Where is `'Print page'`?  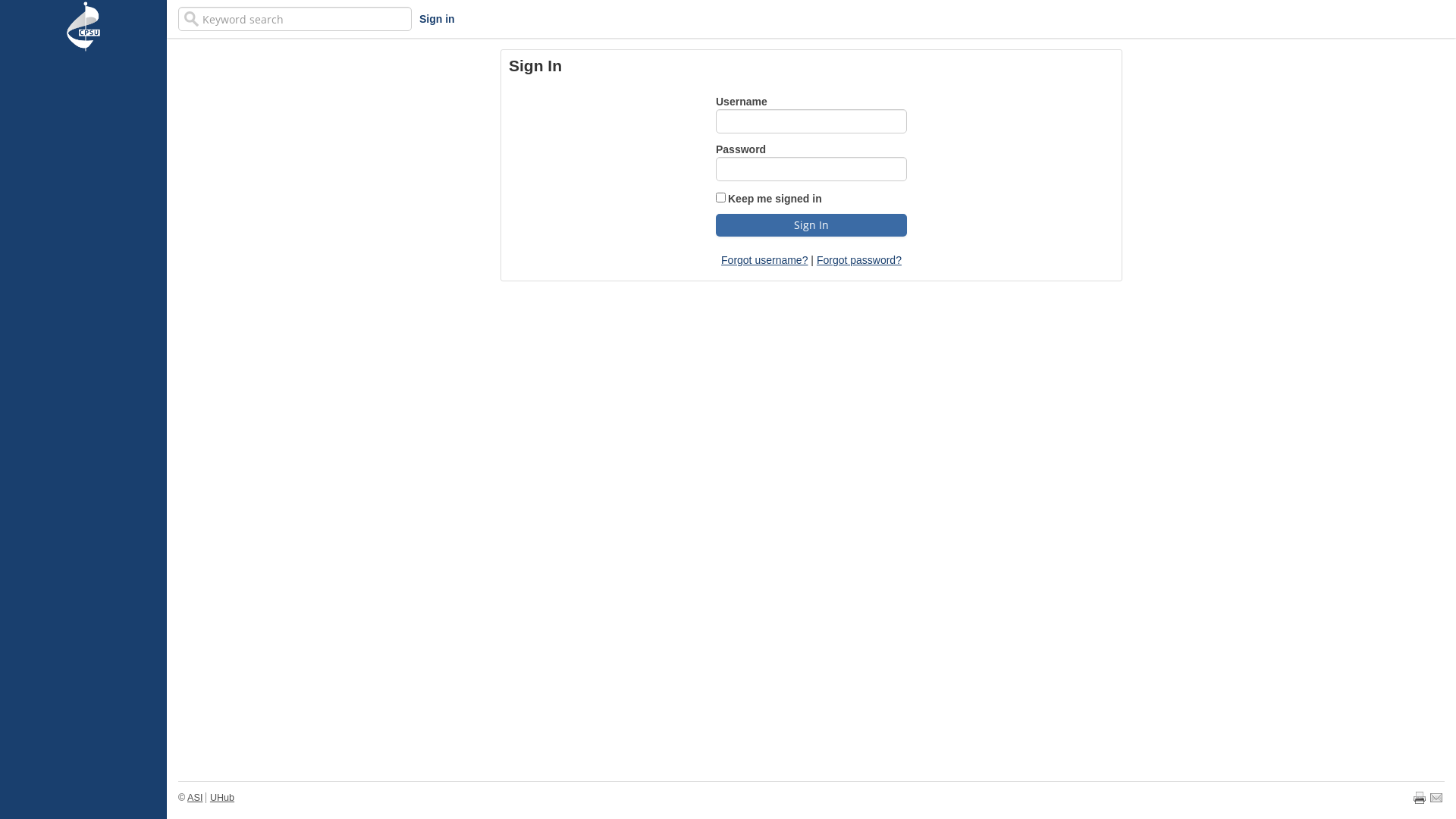
'Print page' is located at coordinates (1419, 797).